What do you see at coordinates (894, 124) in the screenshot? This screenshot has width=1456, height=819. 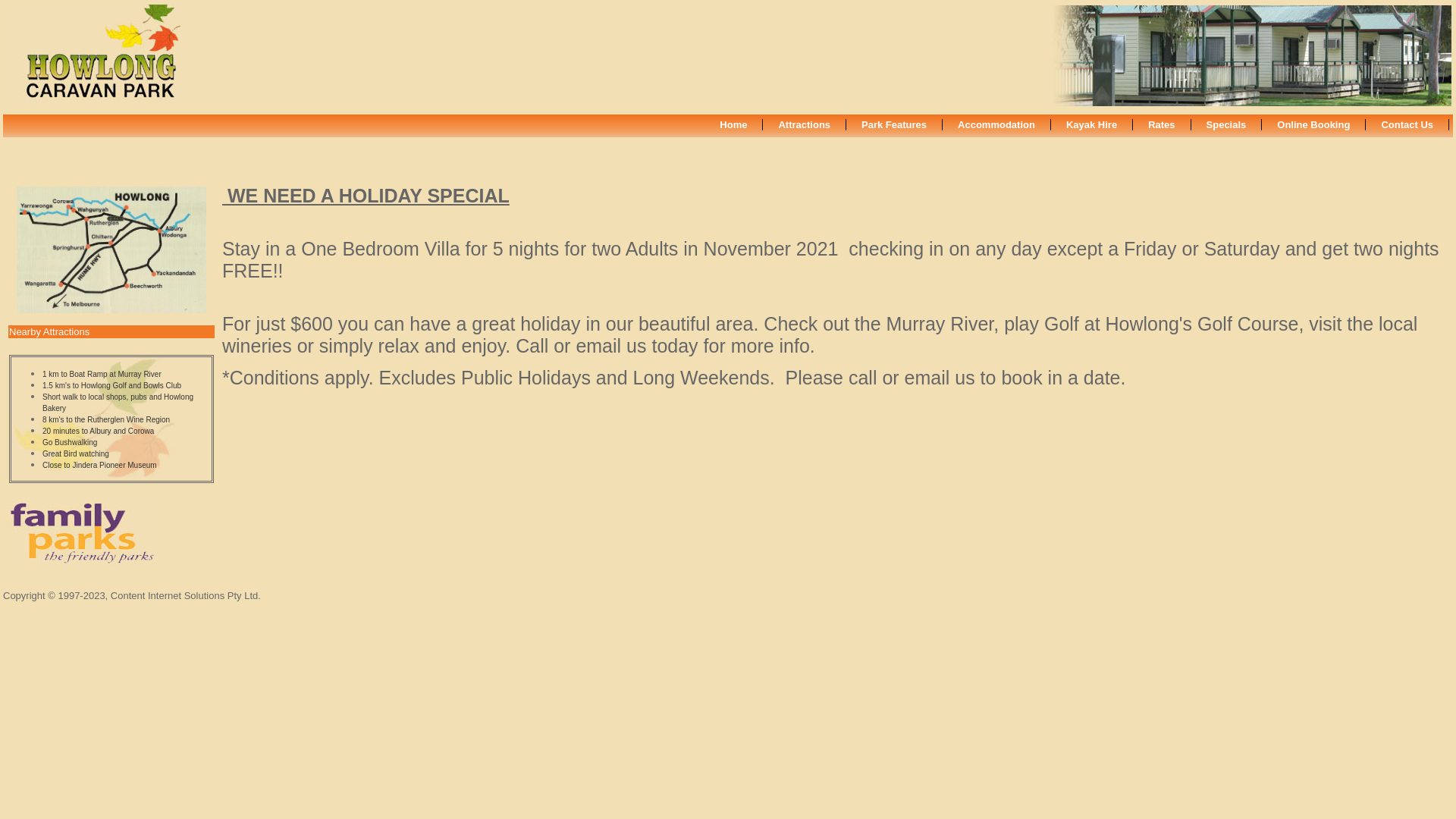 I see `'Park Features'` at bounding box center [894, 124].